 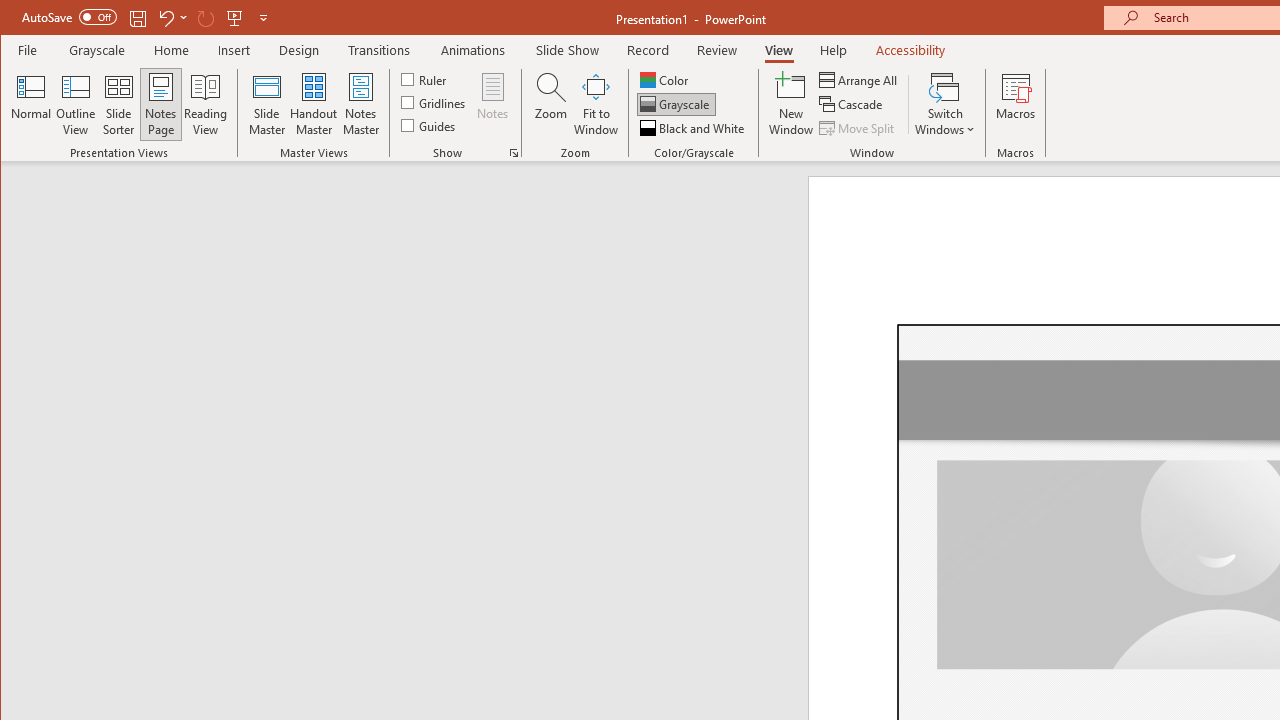 What do you see at coordinates (313, 104) in the screenshot?
I see `'Handout Master'` at bounding box center [313, 104].